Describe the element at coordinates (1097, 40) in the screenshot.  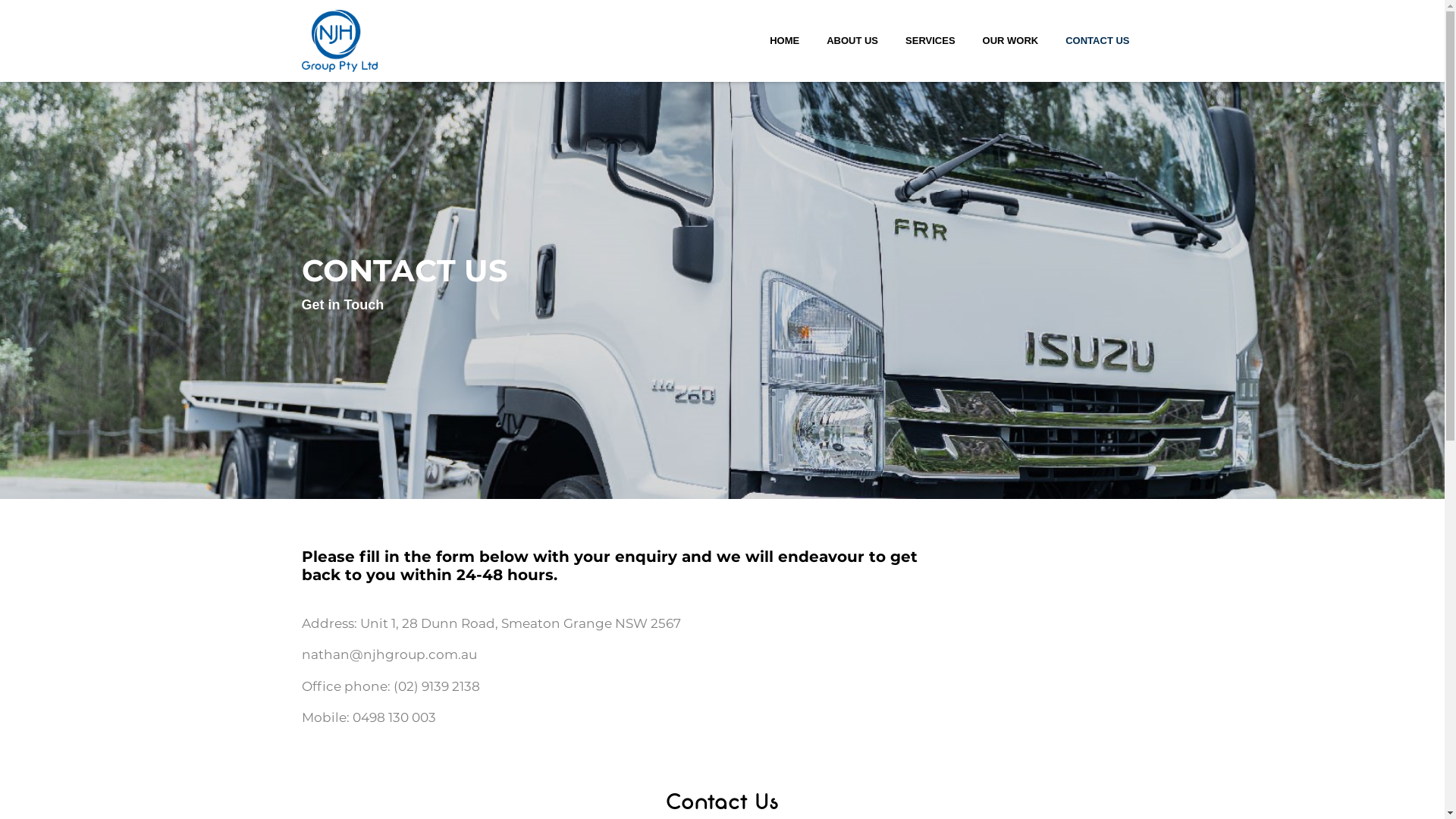
I see `'CONTACT US'` at that location.